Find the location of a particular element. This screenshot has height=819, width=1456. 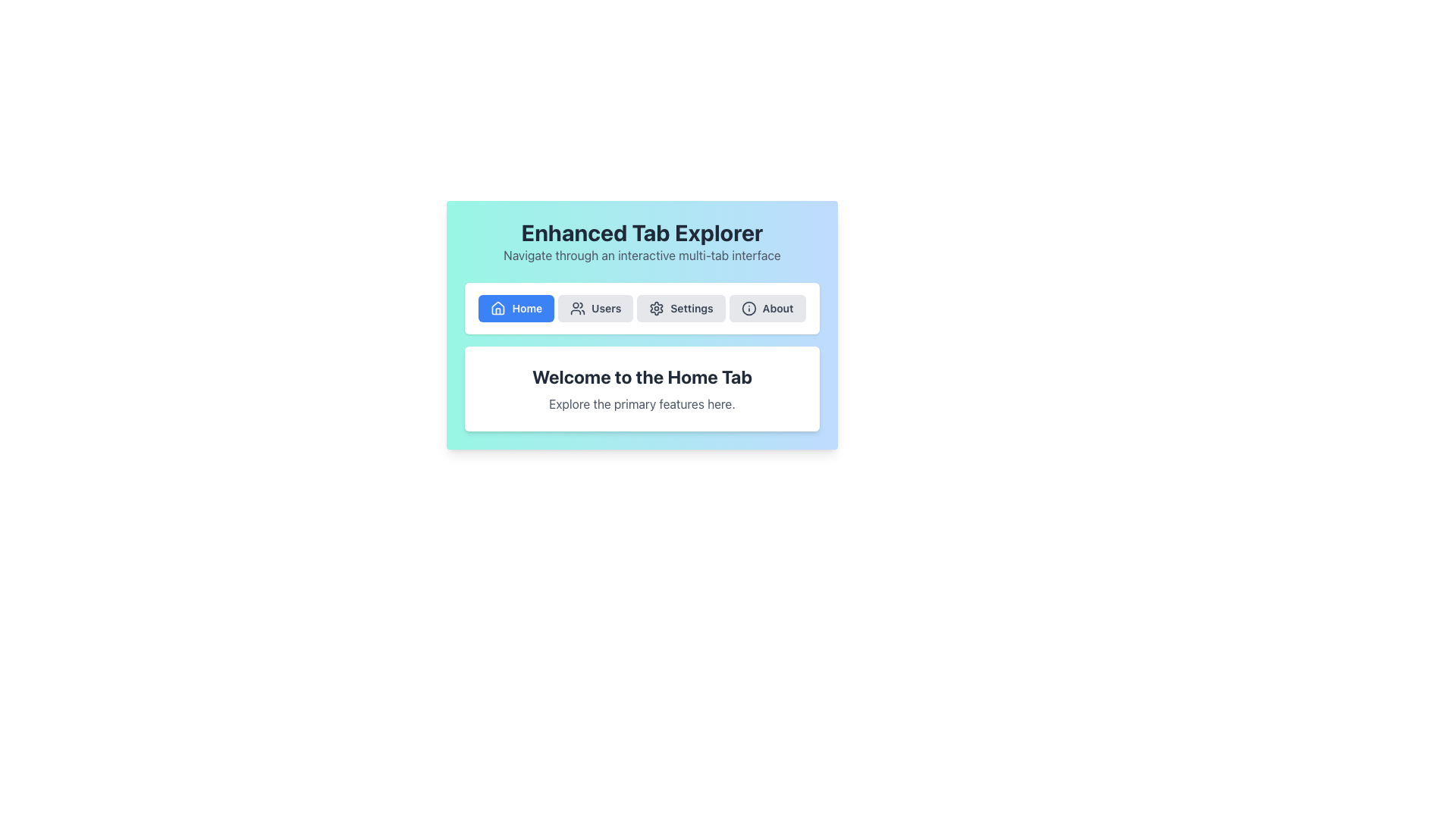

the Settings navigation button, which is the third button in a row of four buttons, located between the Users button and the About button is located at coordinates (680, 308).